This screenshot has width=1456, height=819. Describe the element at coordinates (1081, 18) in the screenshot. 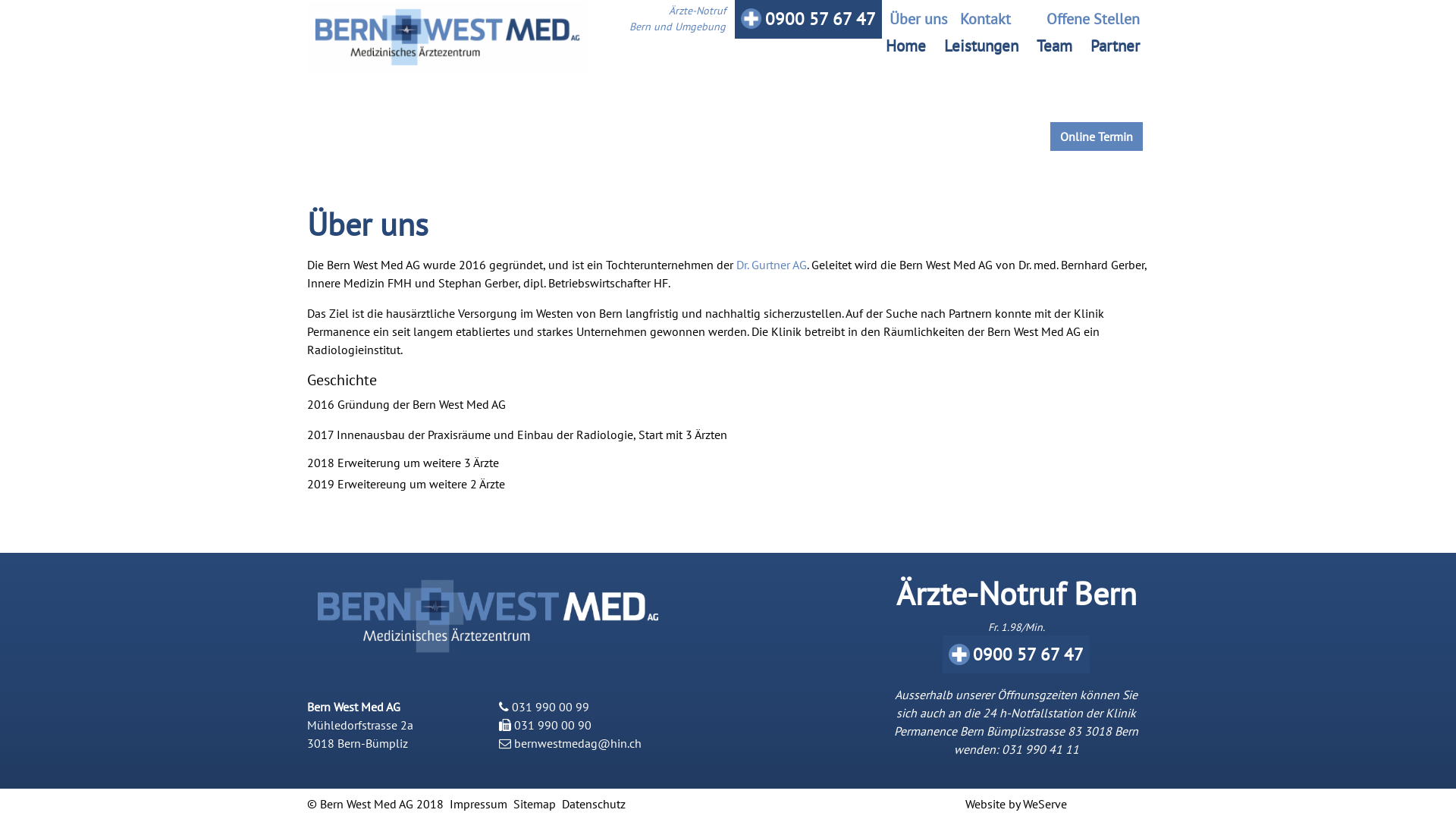

I see `'Offene Stellen'` at that location.